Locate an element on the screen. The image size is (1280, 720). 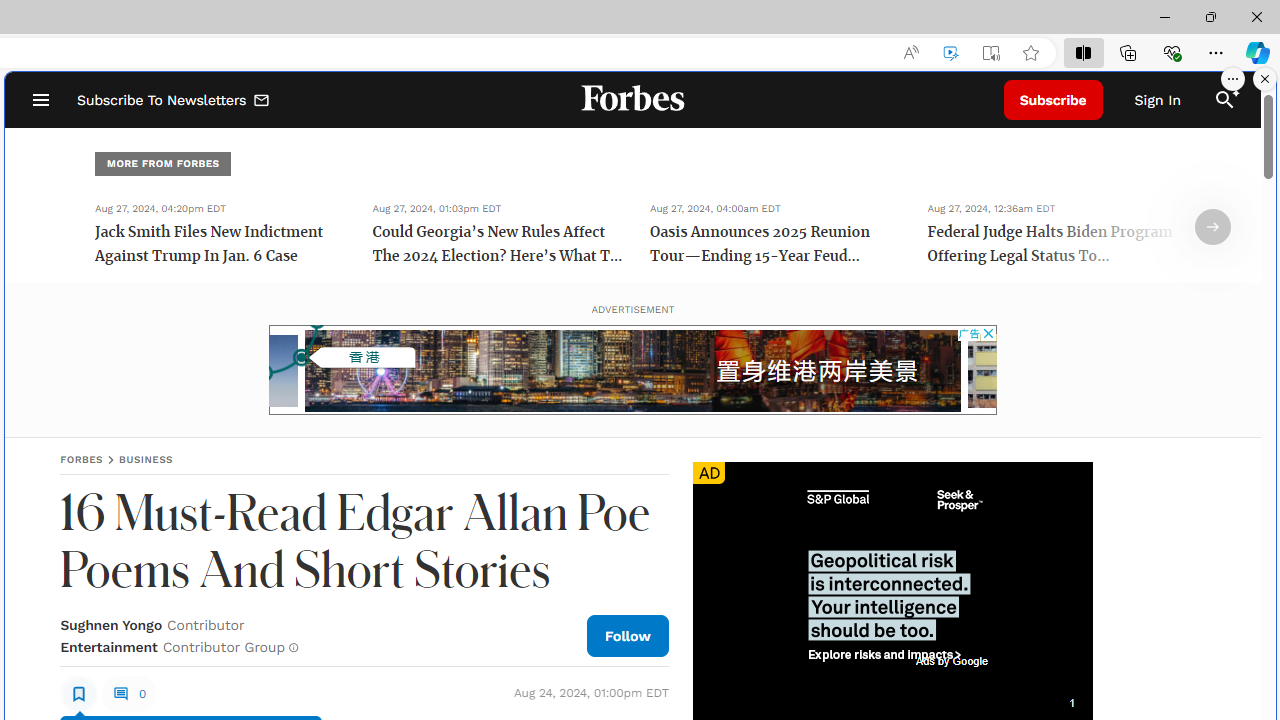
'Sughnen Yongo' is located at coordinates (110, 623).